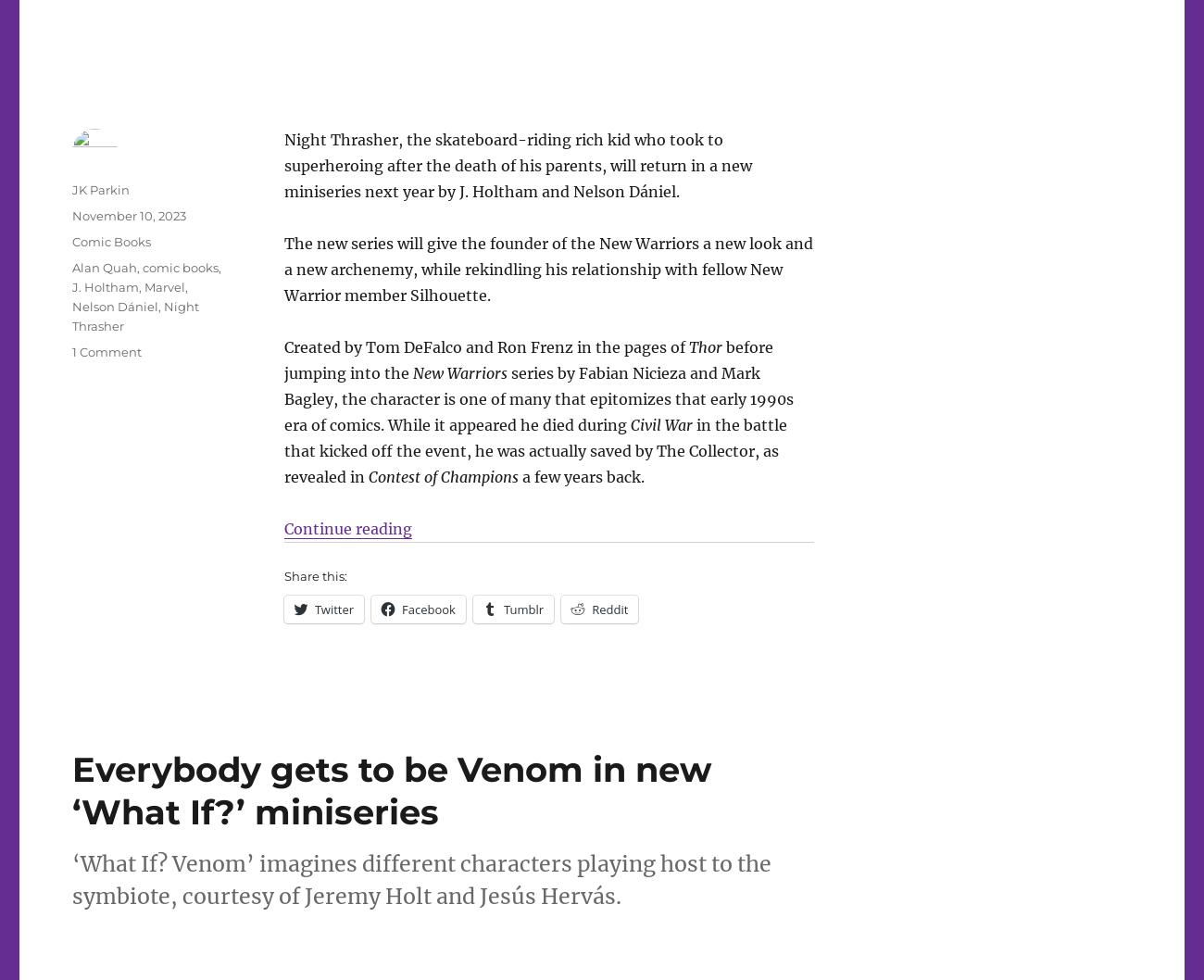 The width and height of the screenshot is (1204, 980). I want to click on 'J. Holtham', so click(105, 285).